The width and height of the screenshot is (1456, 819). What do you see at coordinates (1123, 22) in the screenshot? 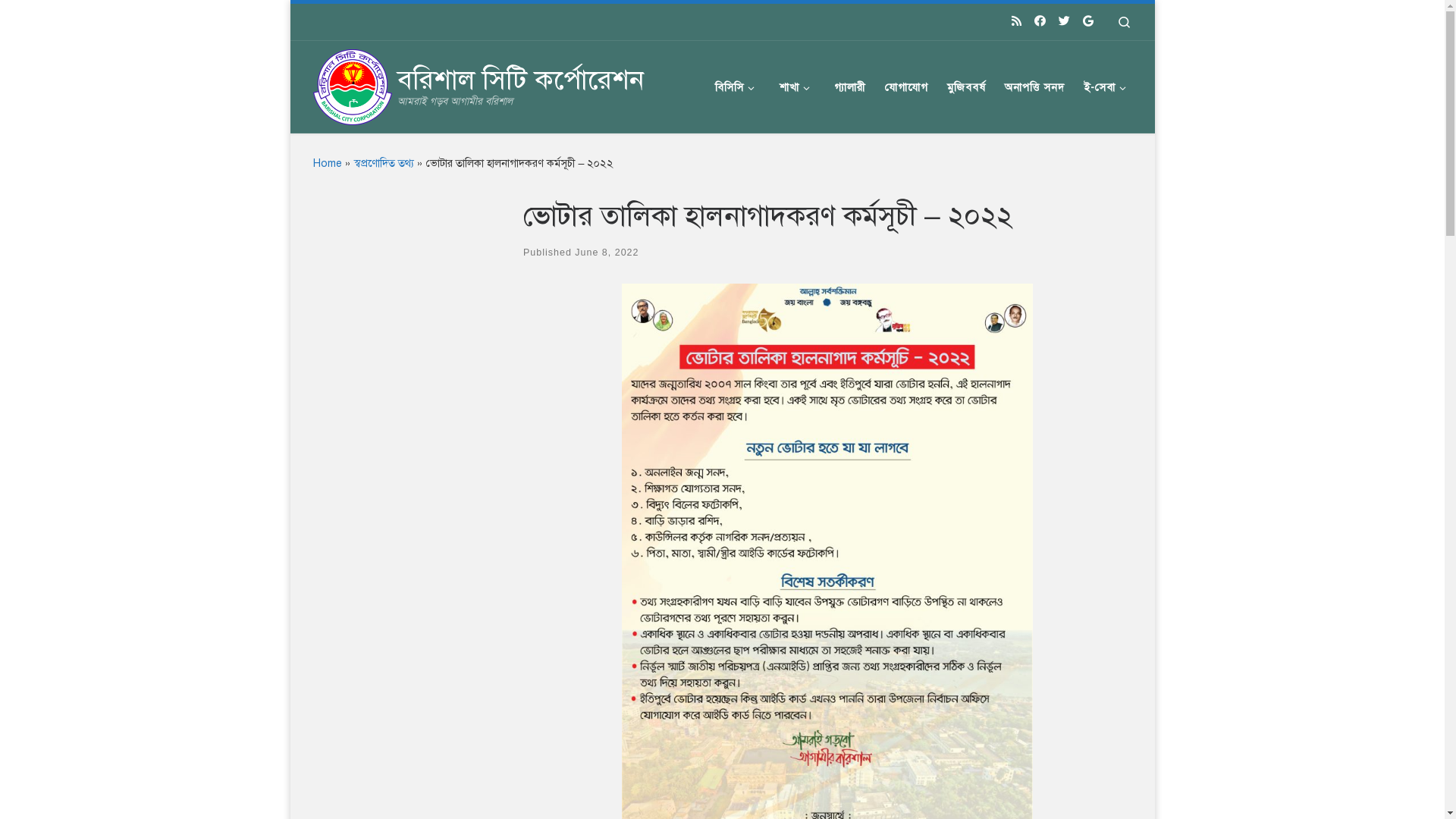
I see `'Search'` at bounding box center [1123, 22].